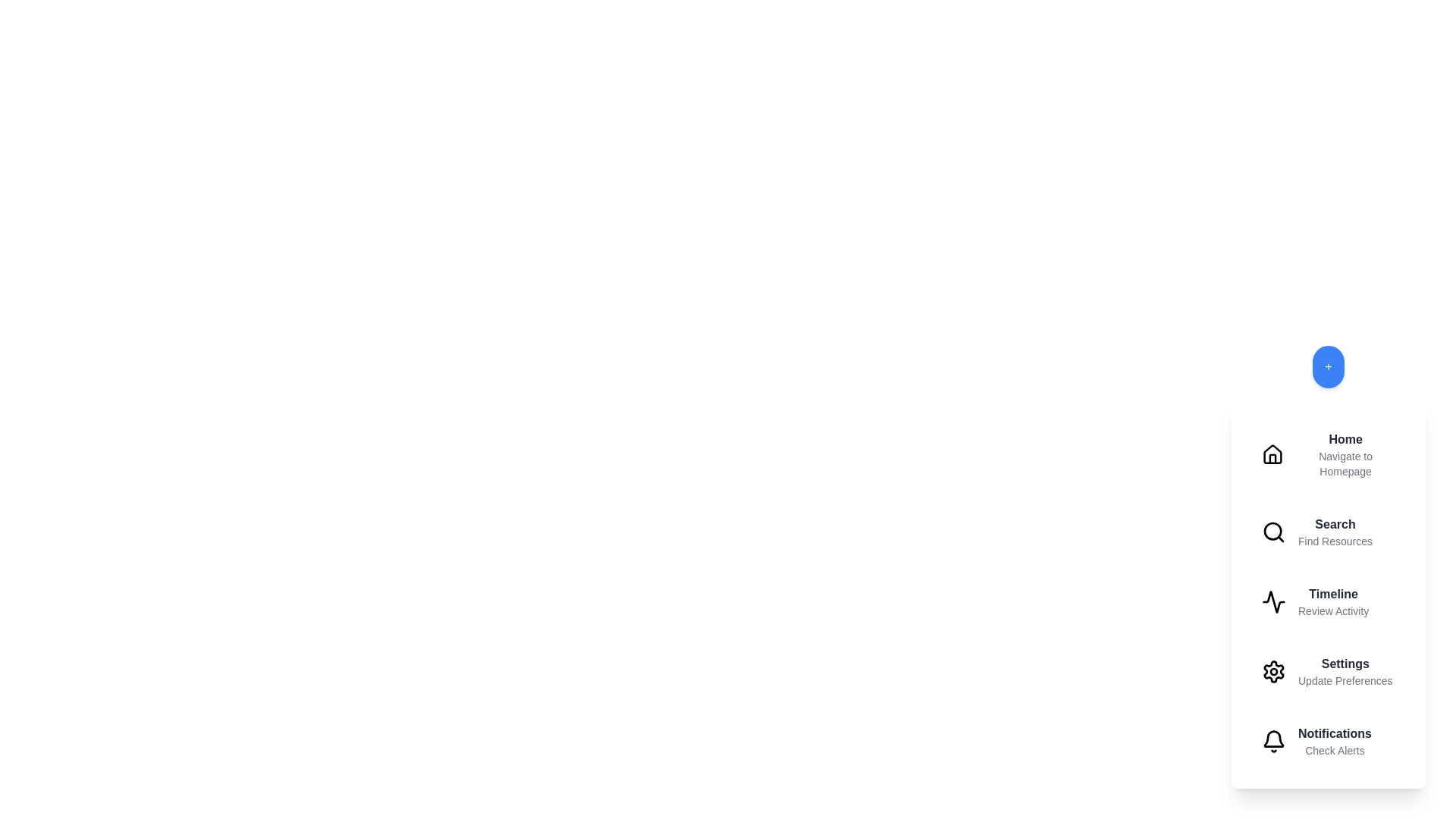 This screenshot has width=1456, height=819. What do you see at coordinates (1345, 680) in the screenshot?
I see `the descriptive text of the menu item labeled Settings to select it` at bounding box center [1345, 680].